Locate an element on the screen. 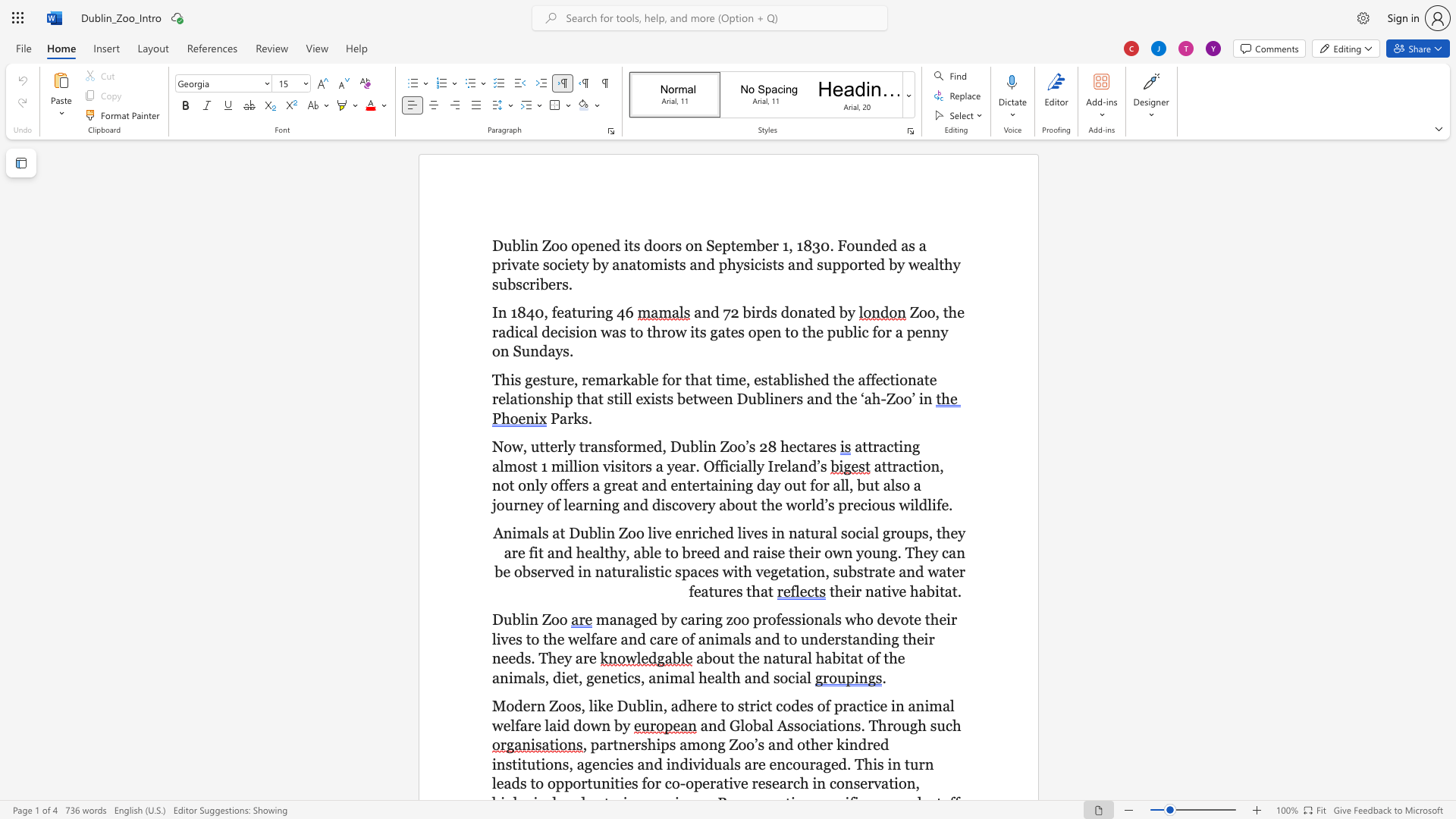  the 2th character "d" in the text is located at coordinates (766, 312).